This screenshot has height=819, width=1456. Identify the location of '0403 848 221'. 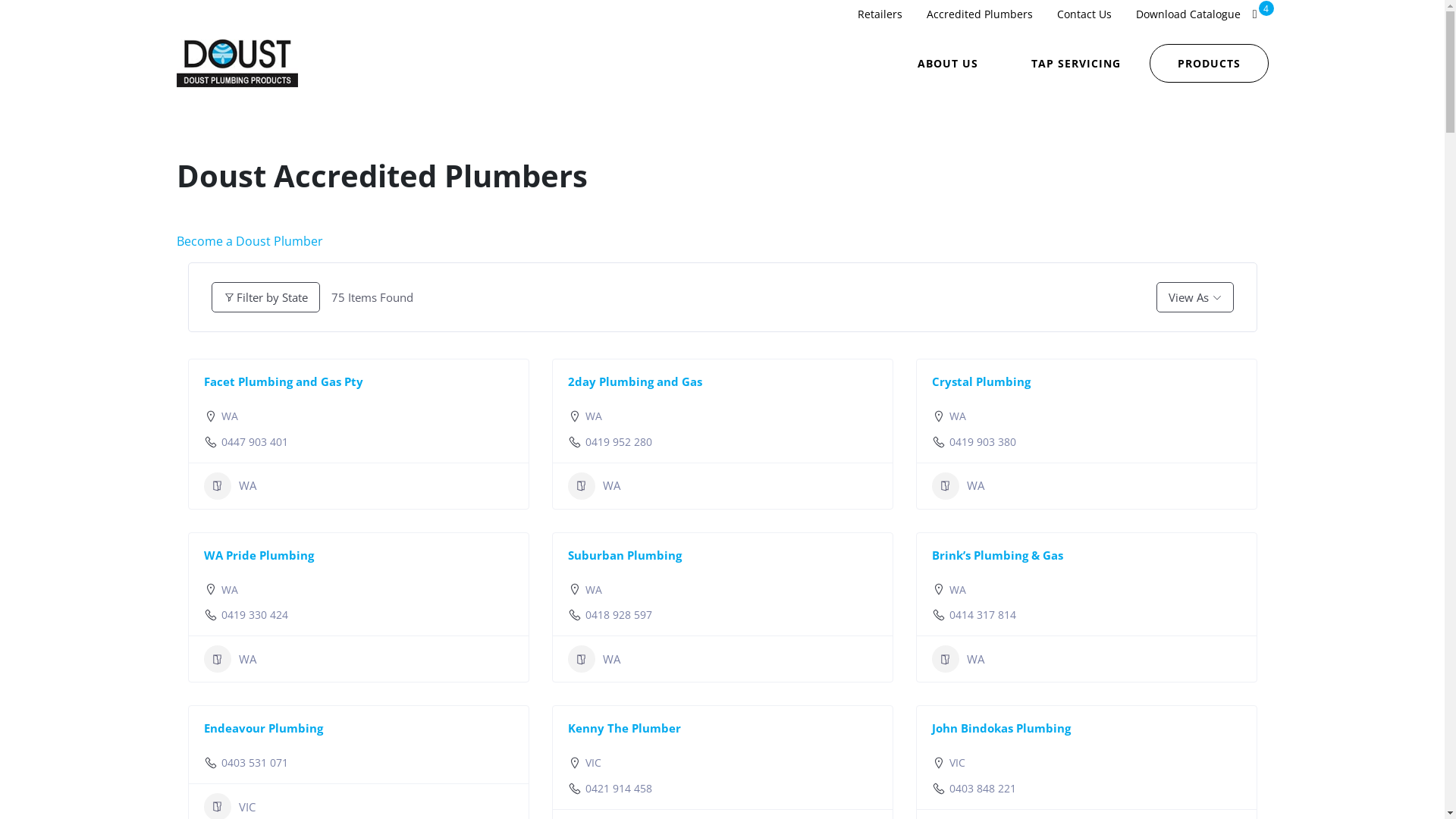
(983, 788).